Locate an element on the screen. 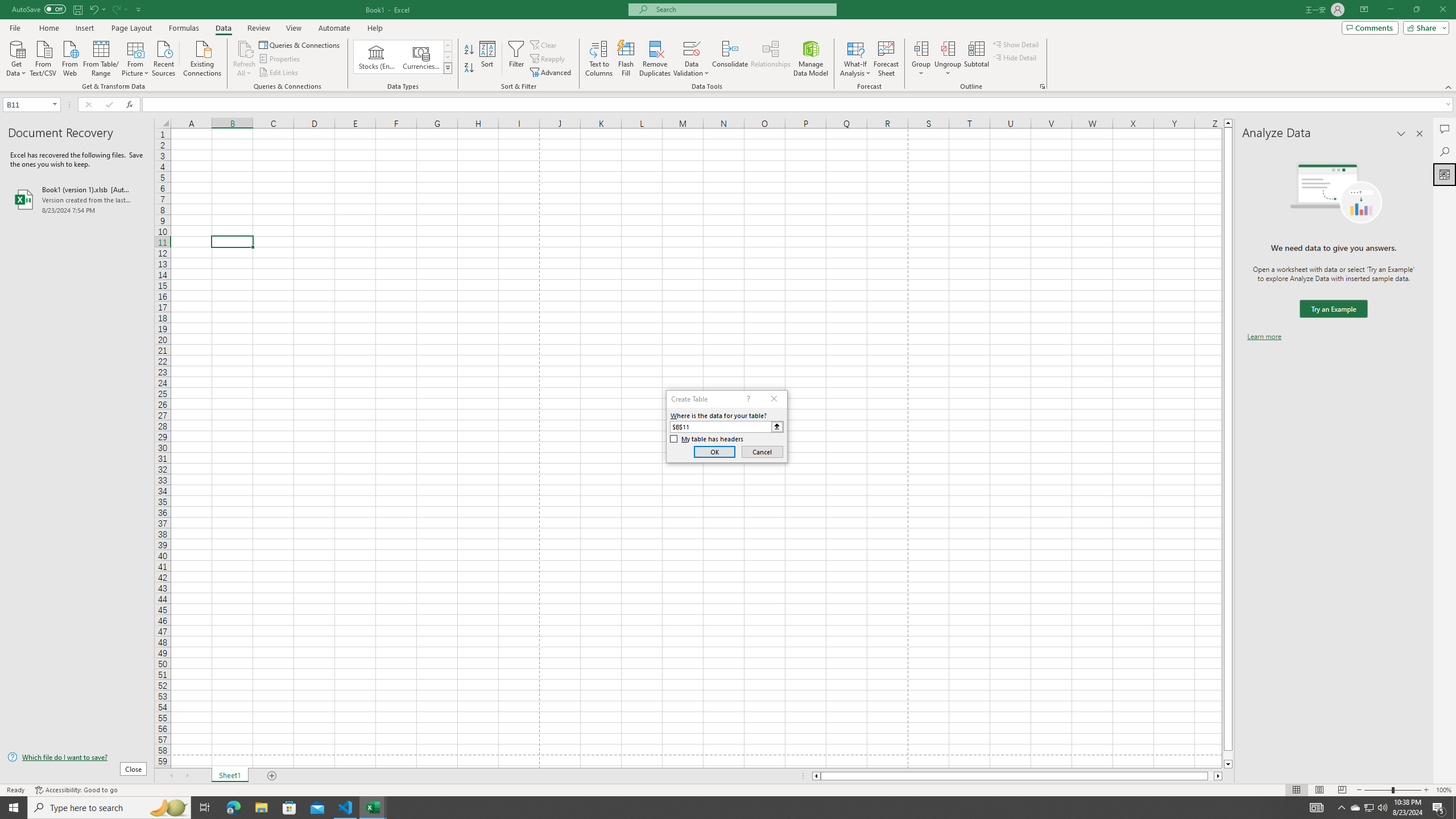 The height and width of the screenshot is (819, 1456). 'Close pane' is located at coordinates (1419, 133).